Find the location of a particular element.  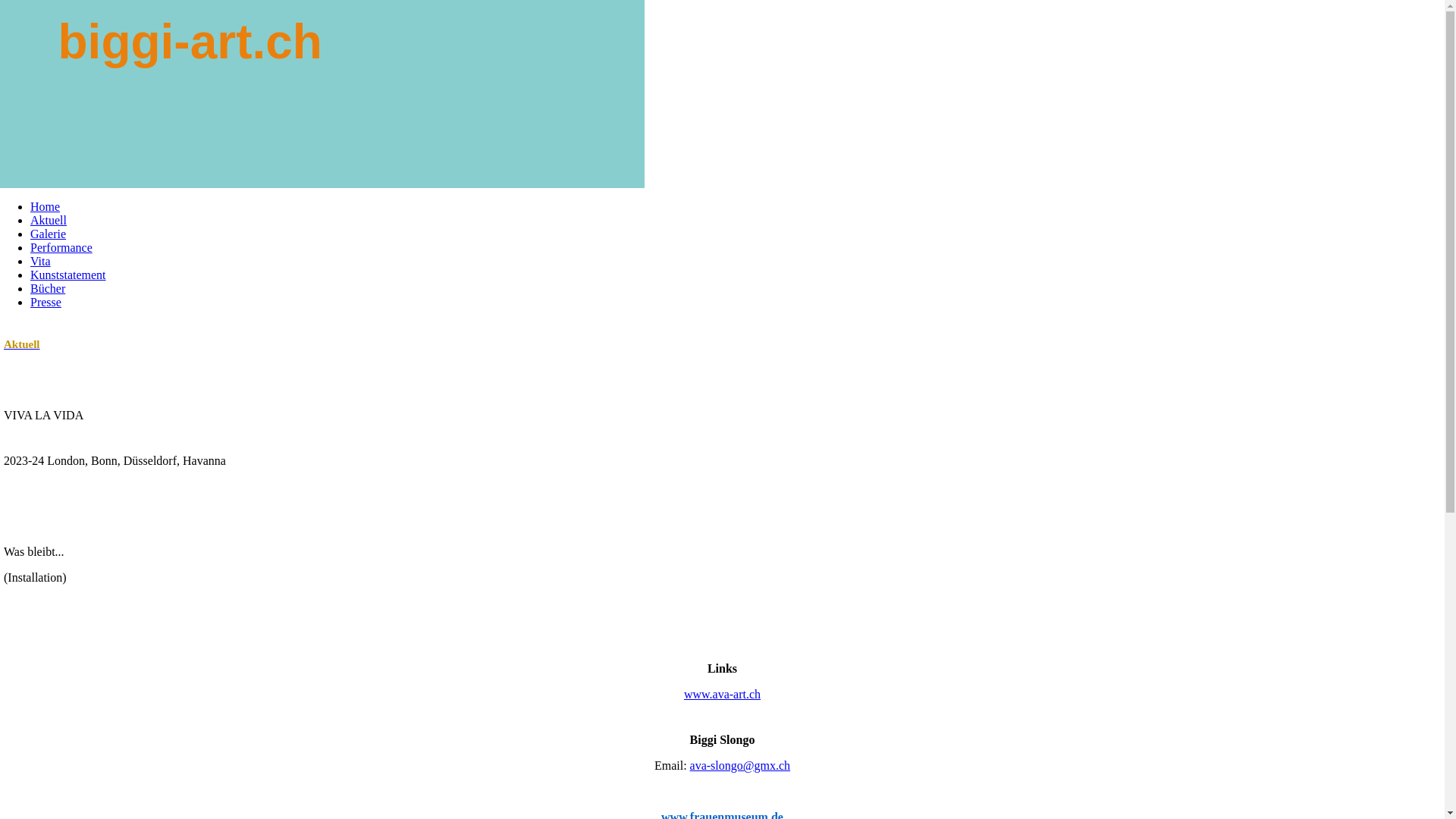

'Performance' is located at coordinates (61, 246).